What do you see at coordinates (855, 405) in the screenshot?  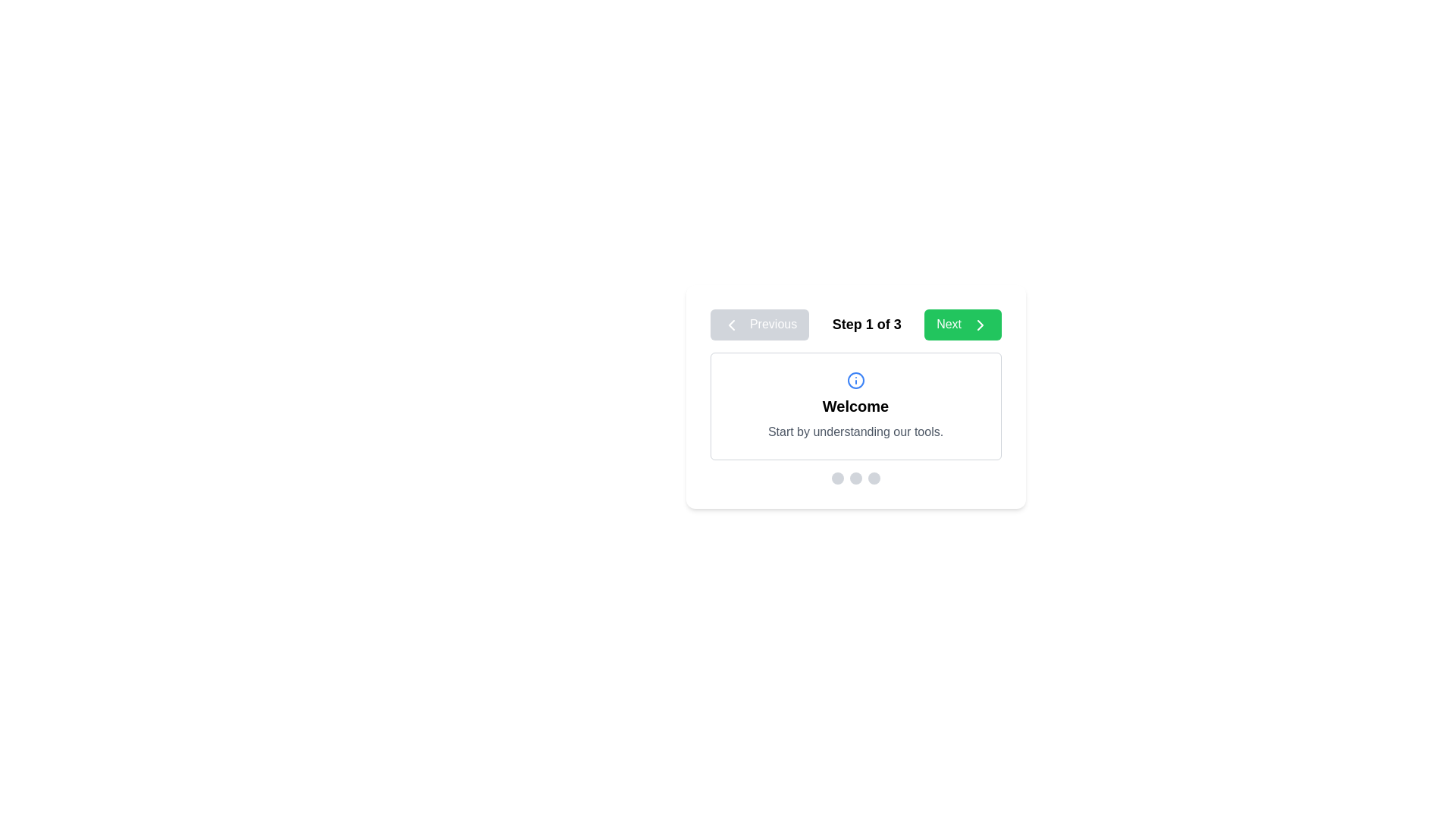 I see `the informational panel that provides a welcome message and introductory guidance about the tools available in the interface` at bounding box center [855, 405].